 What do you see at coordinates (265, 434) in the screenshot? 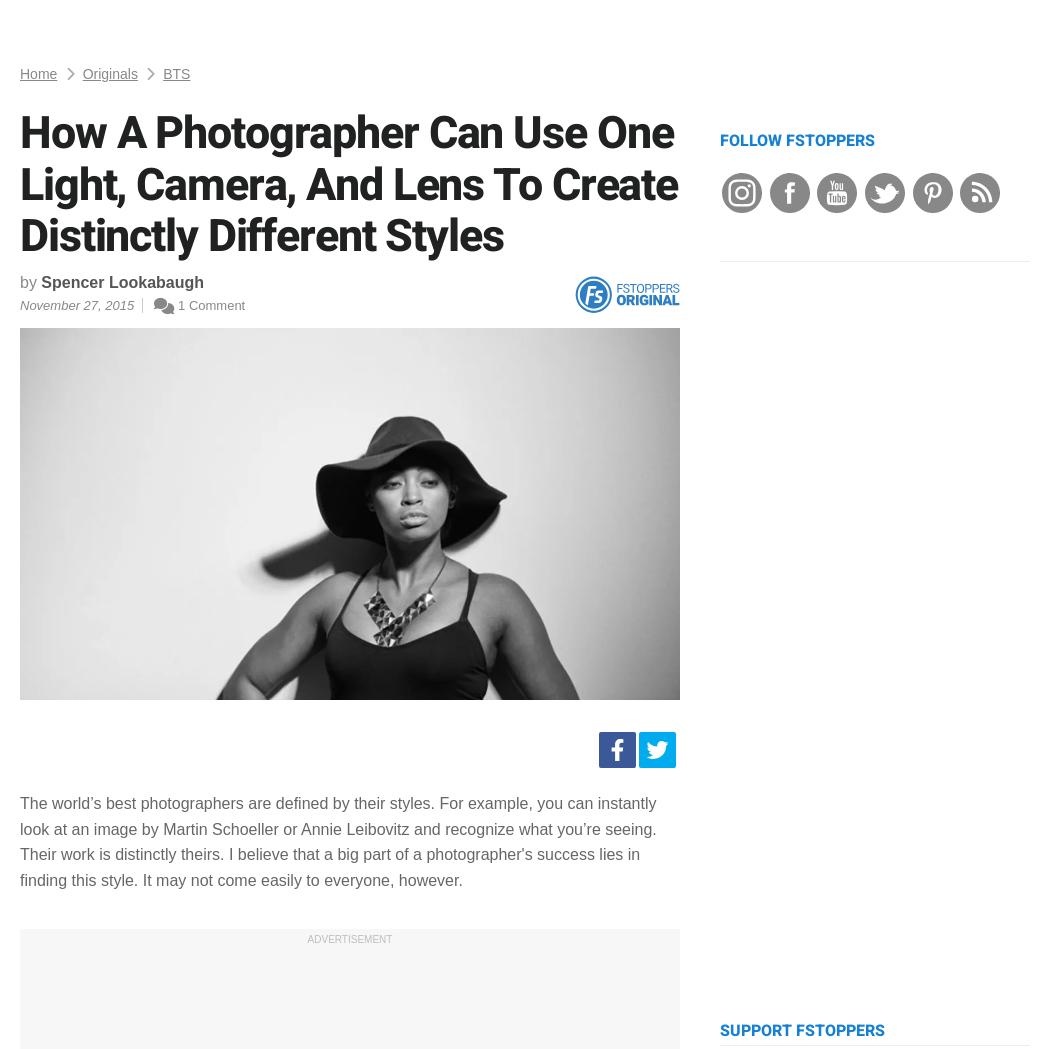
I see `'About Spencer Lookabaugh'` at bounding box center [265, 434].